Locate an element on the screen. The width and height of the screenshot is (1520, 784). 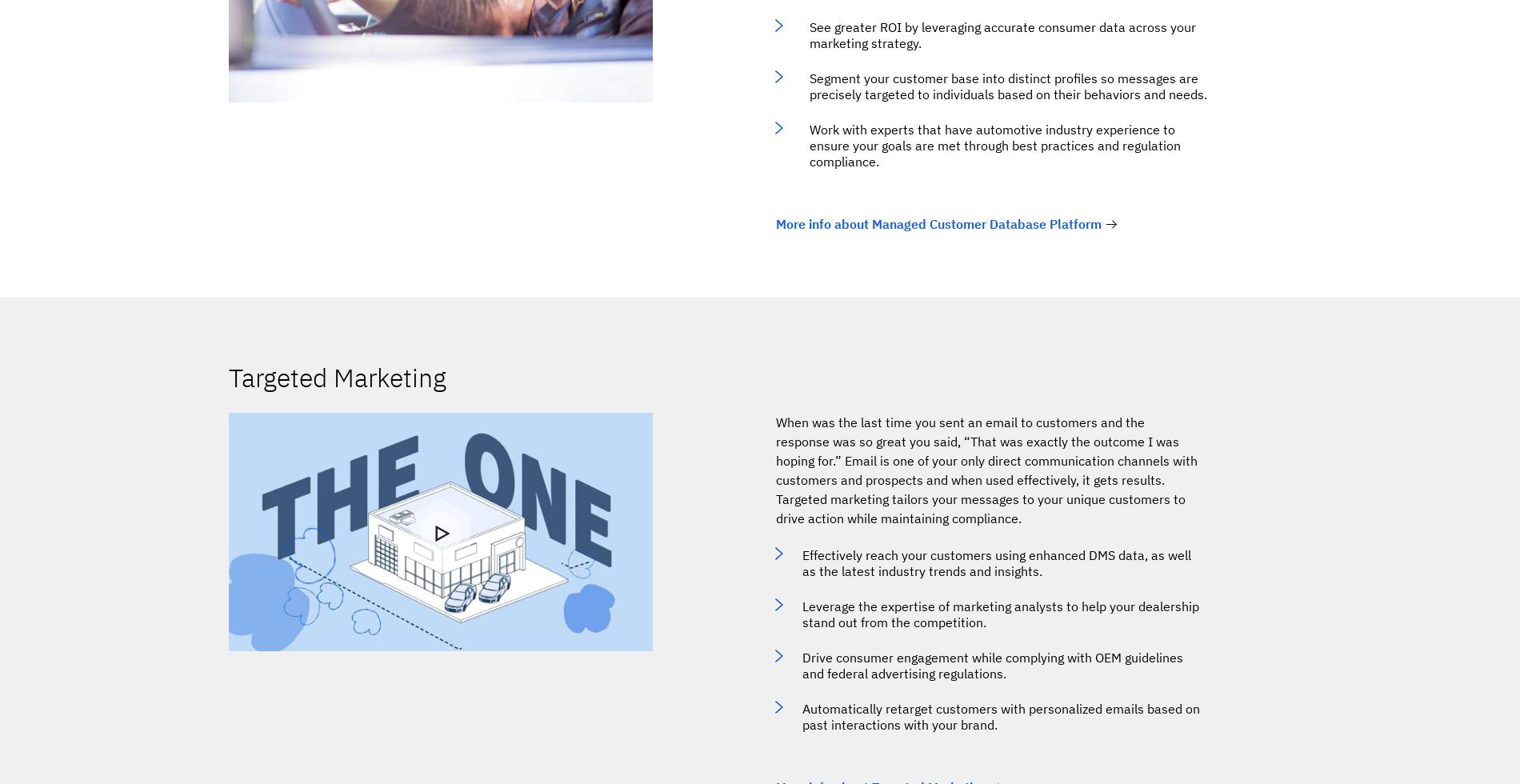
'Leverage the expertise of marketing analysts to help your dealership stand out from the competition.' is located at coordinates (999, 614).